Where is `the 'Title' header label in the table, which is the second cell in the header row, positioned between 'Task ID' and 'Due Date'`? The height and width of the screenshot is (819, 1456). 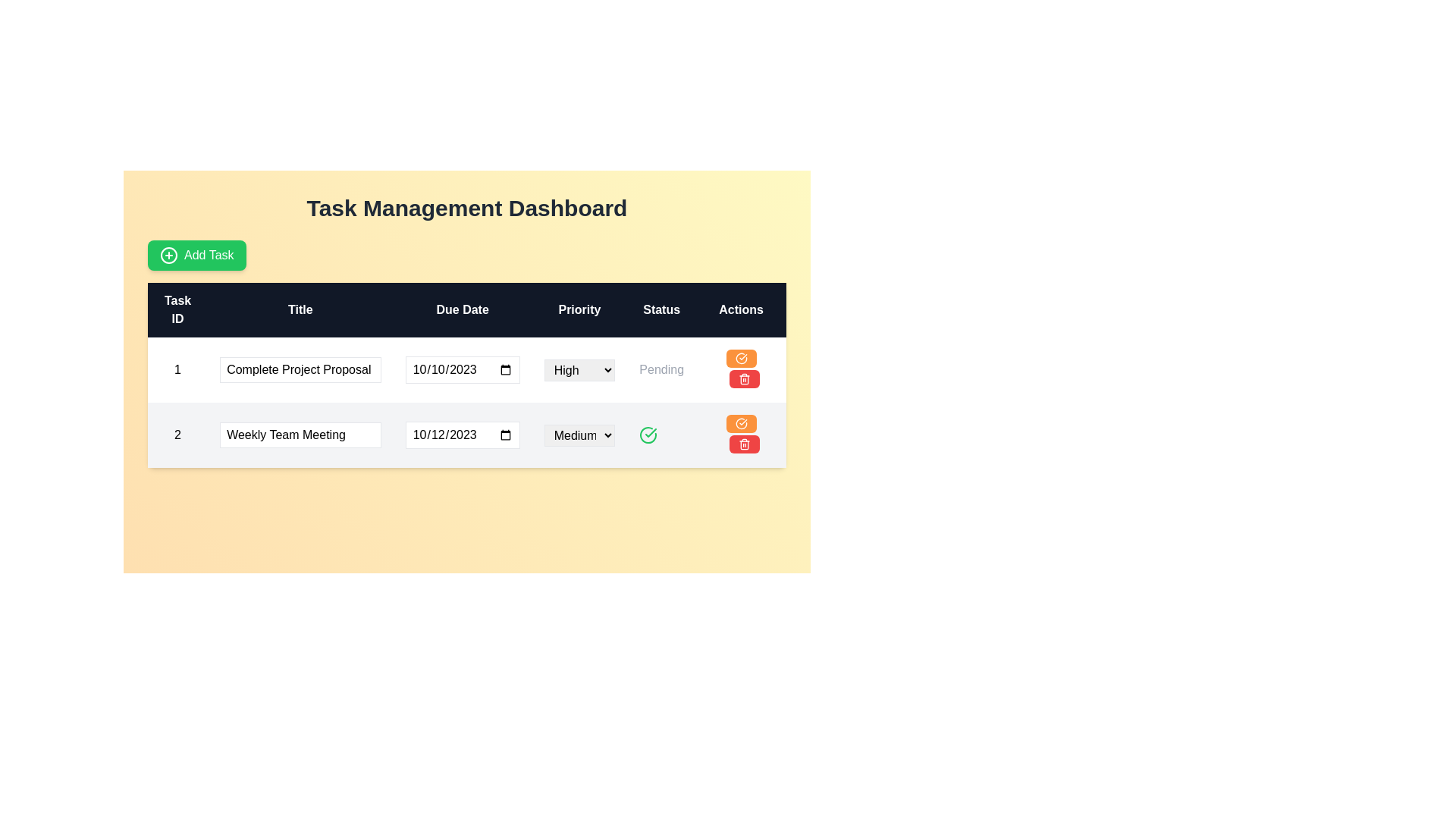
the 'Title' header label in the table, which is the second cell in the header row, positioned between 'Task ID' and 'Due Date' is located at coordinates (300, 309).